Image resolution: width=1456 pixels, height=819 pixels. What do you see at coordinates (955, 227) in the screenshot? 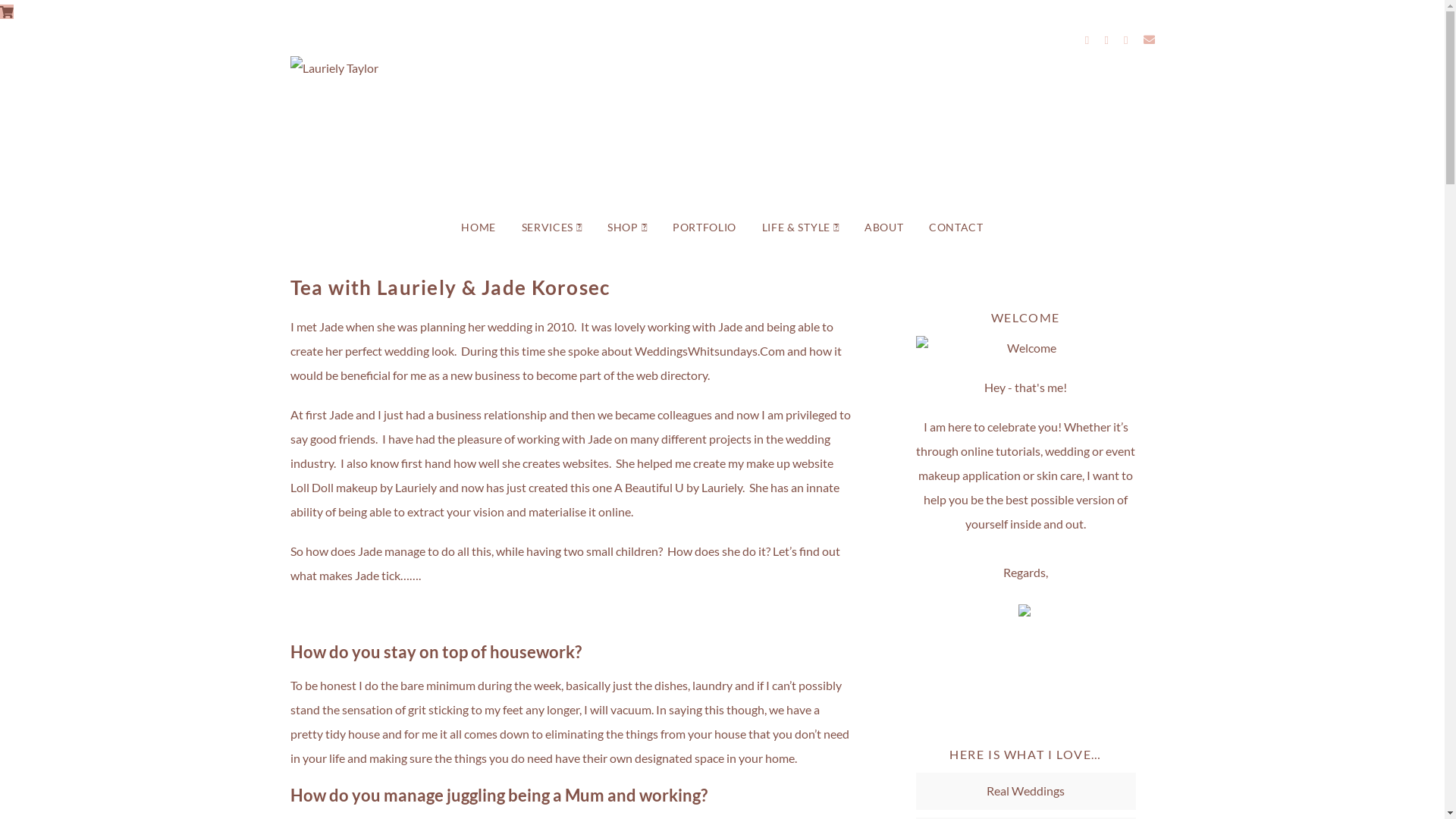
I see `'CONTACT'` at bounding box center [955, 227].